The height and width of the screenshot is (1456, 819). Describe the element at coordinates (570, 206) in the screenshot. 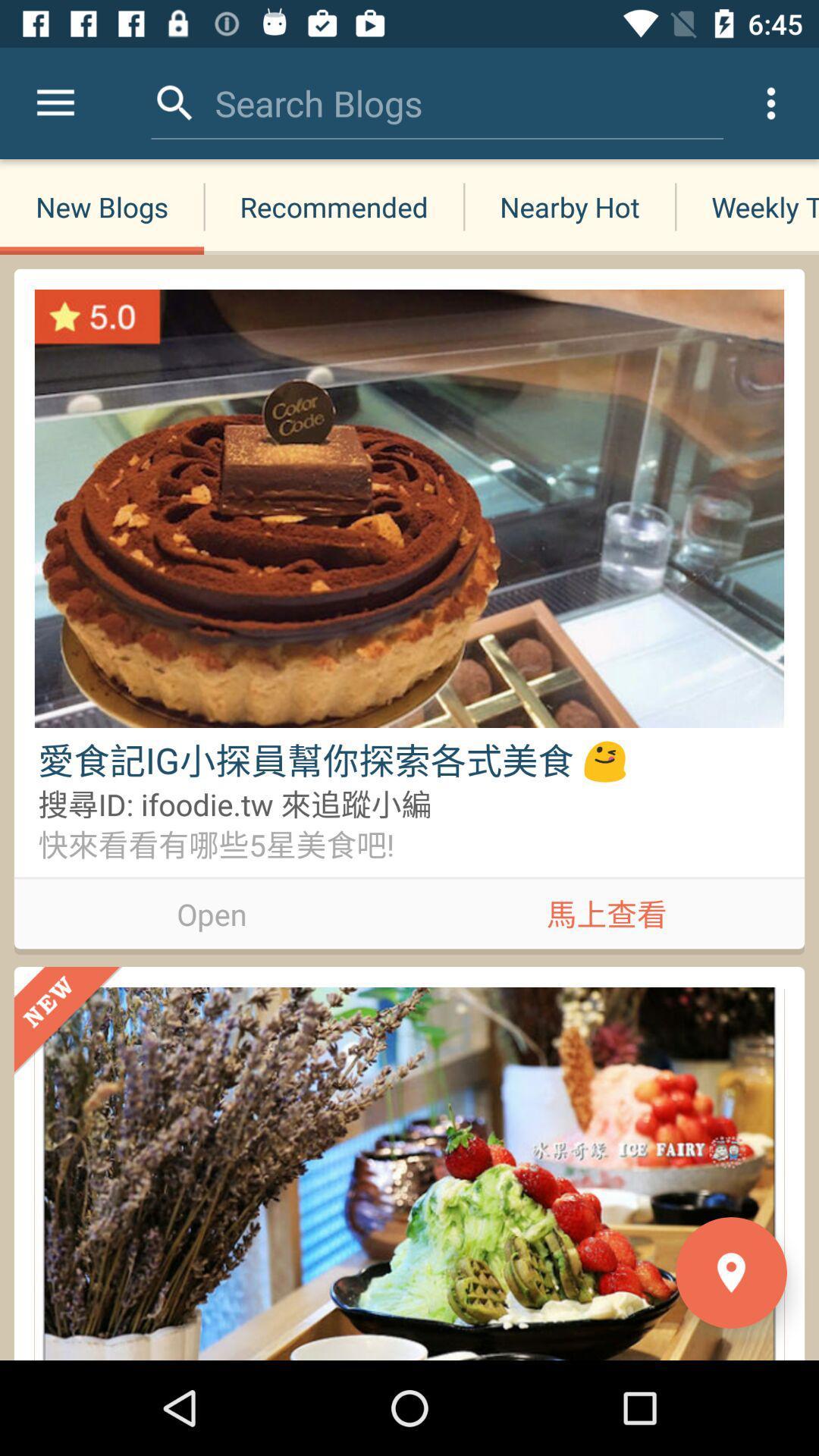

I see `icon next to weekly tops icon` at that location.